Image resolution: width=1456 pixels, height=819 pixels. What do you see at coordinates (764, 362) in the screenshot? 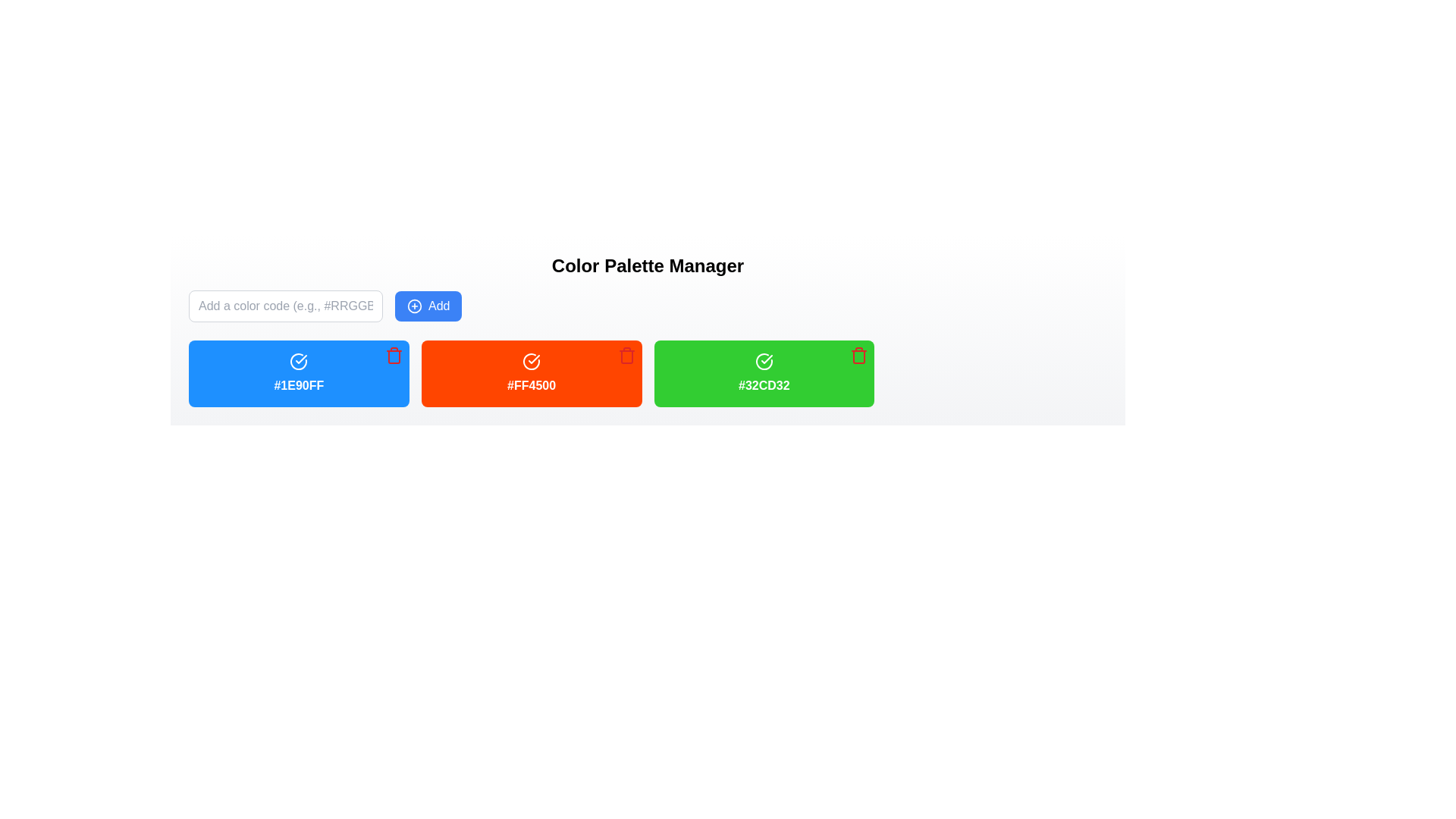
I see `the green-colored button segment with a checkmark icon, which is the third button in the row below the 'Color Palette Manager' header` at bounding box center [764, 362].